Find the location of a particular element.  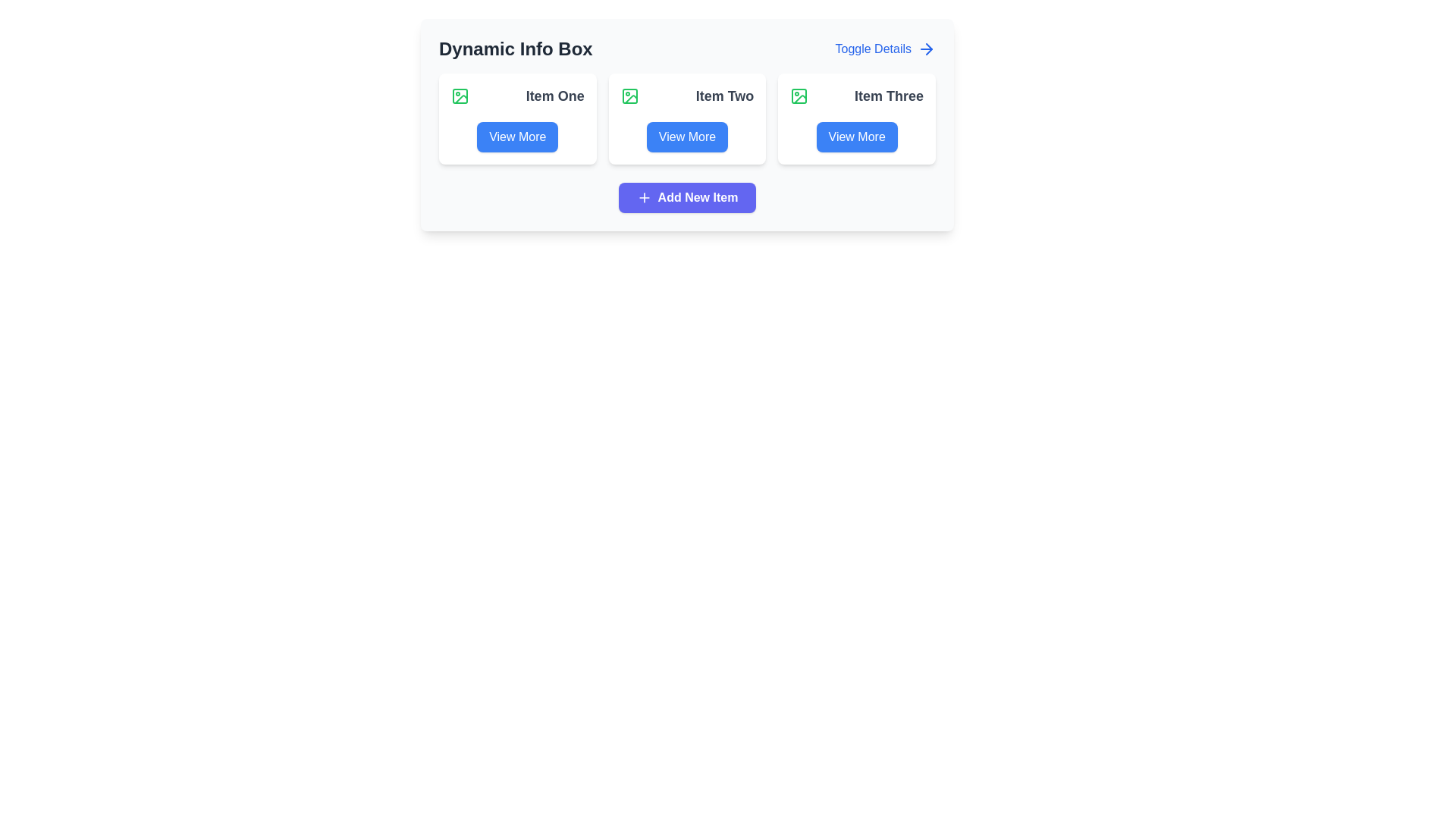

the forward navigation icon located in the top right section of the interface, adjacent to the 'Toggle Details' text is located at coordinates (928, 49).